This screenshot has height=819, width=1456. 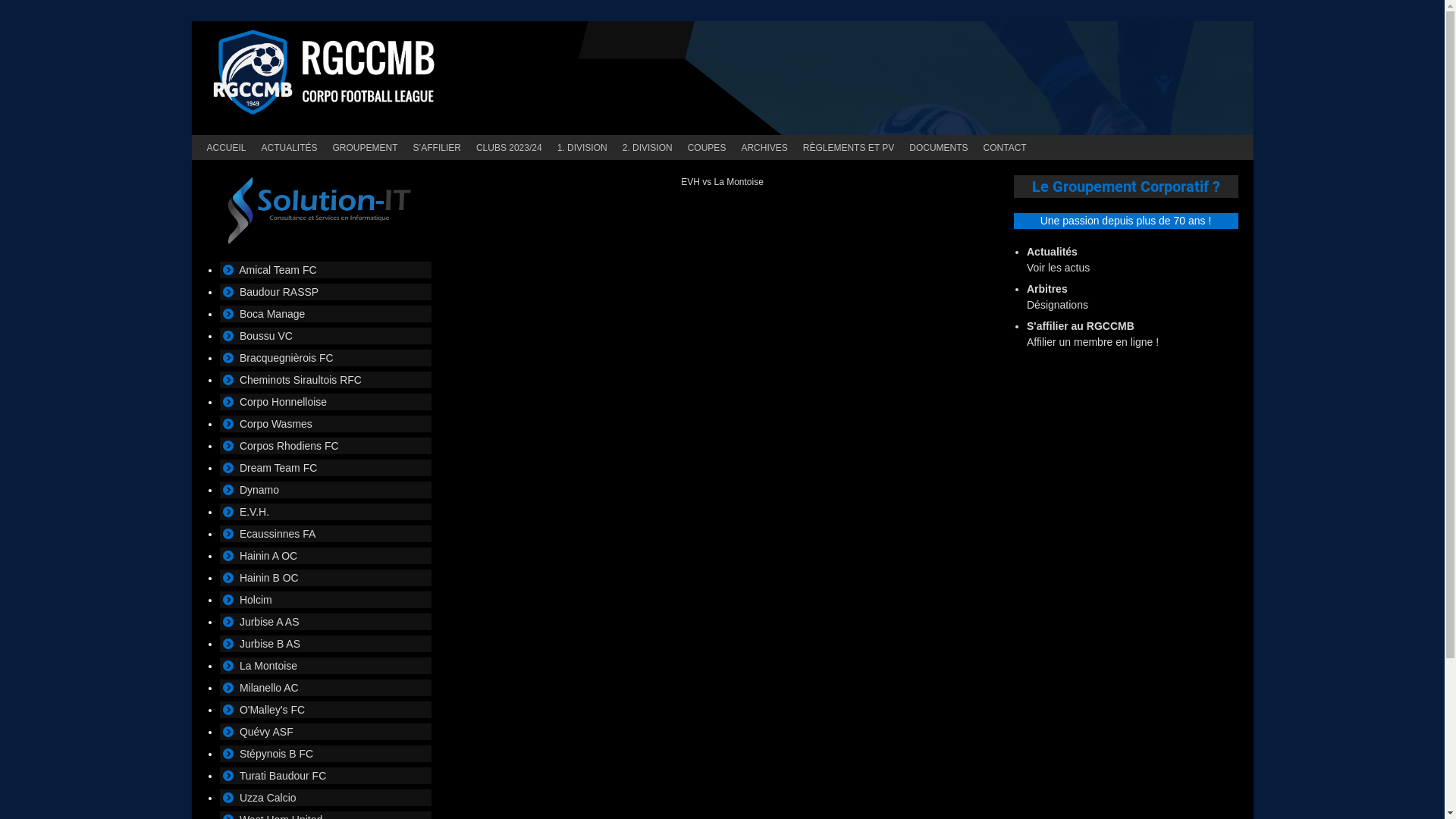 What do you see at coordinates (272, 312) in the screenshot?
I see `'Boca Manage'` at bounding box center [272, 312].